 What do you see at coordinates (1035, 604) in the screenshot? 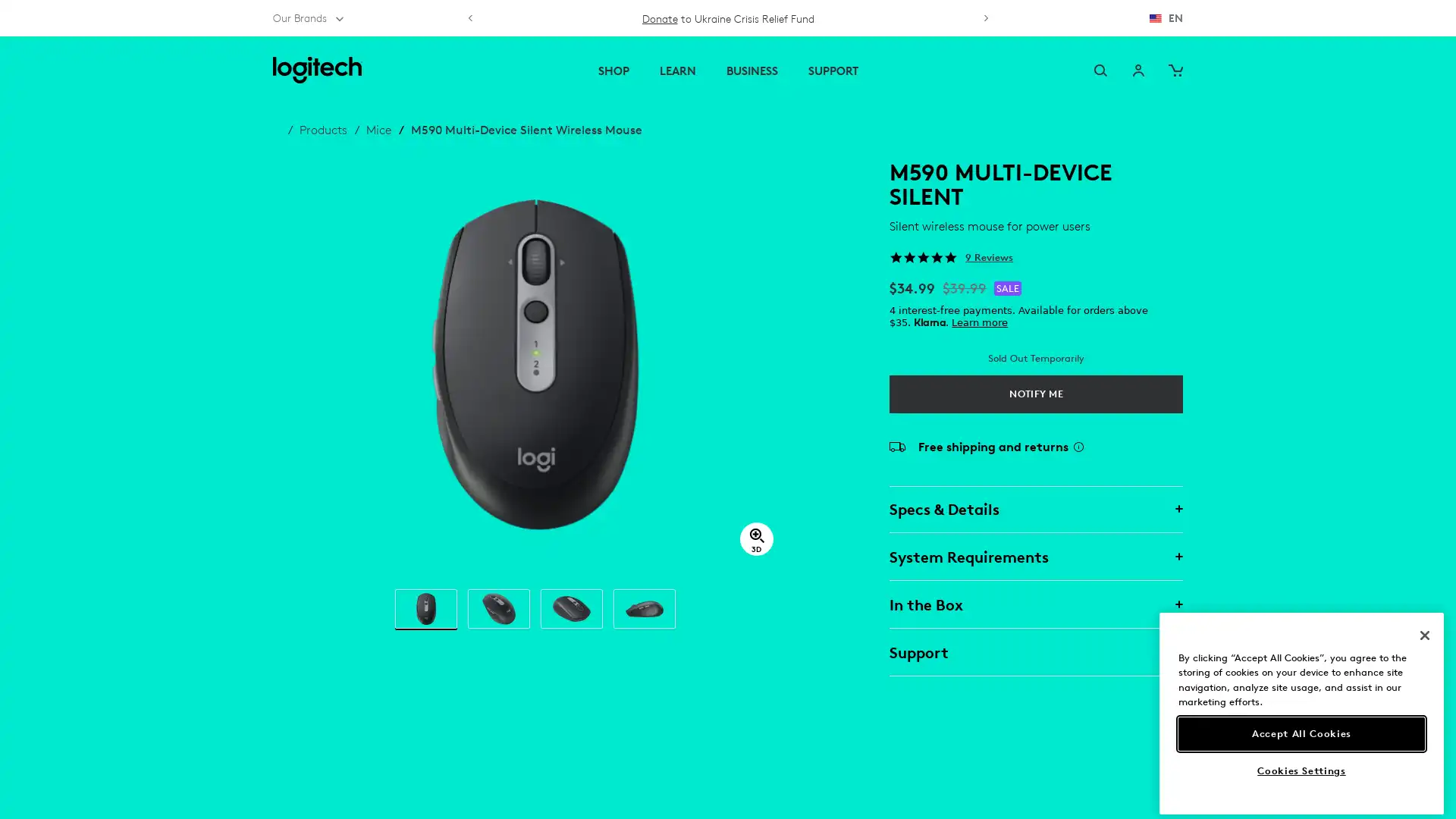
I see `In the Box` at bounding box center [1035, 604].